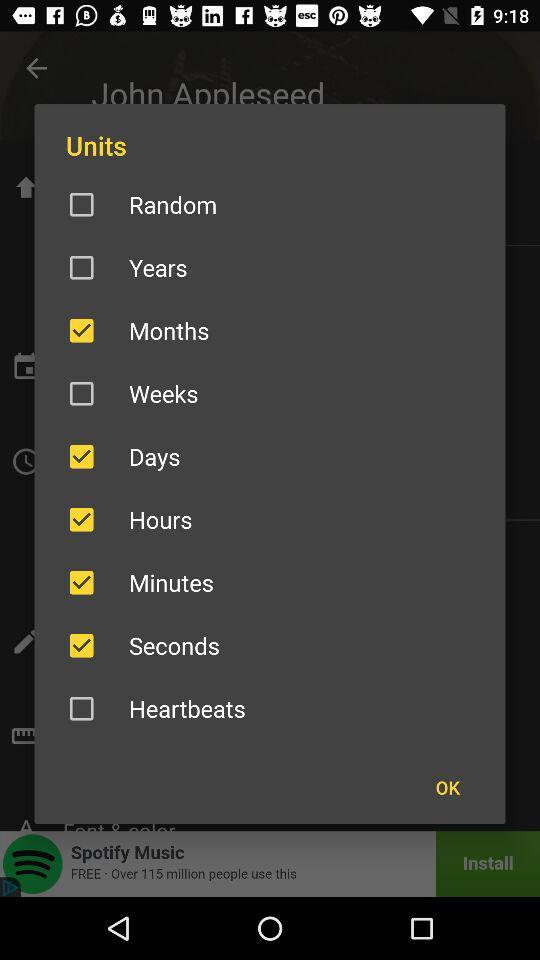 This screenshot has height=960, width=540. Describe the element at coordinates (447, 787) in the screenshot. I see `icon at the bottom right corner` at that location.